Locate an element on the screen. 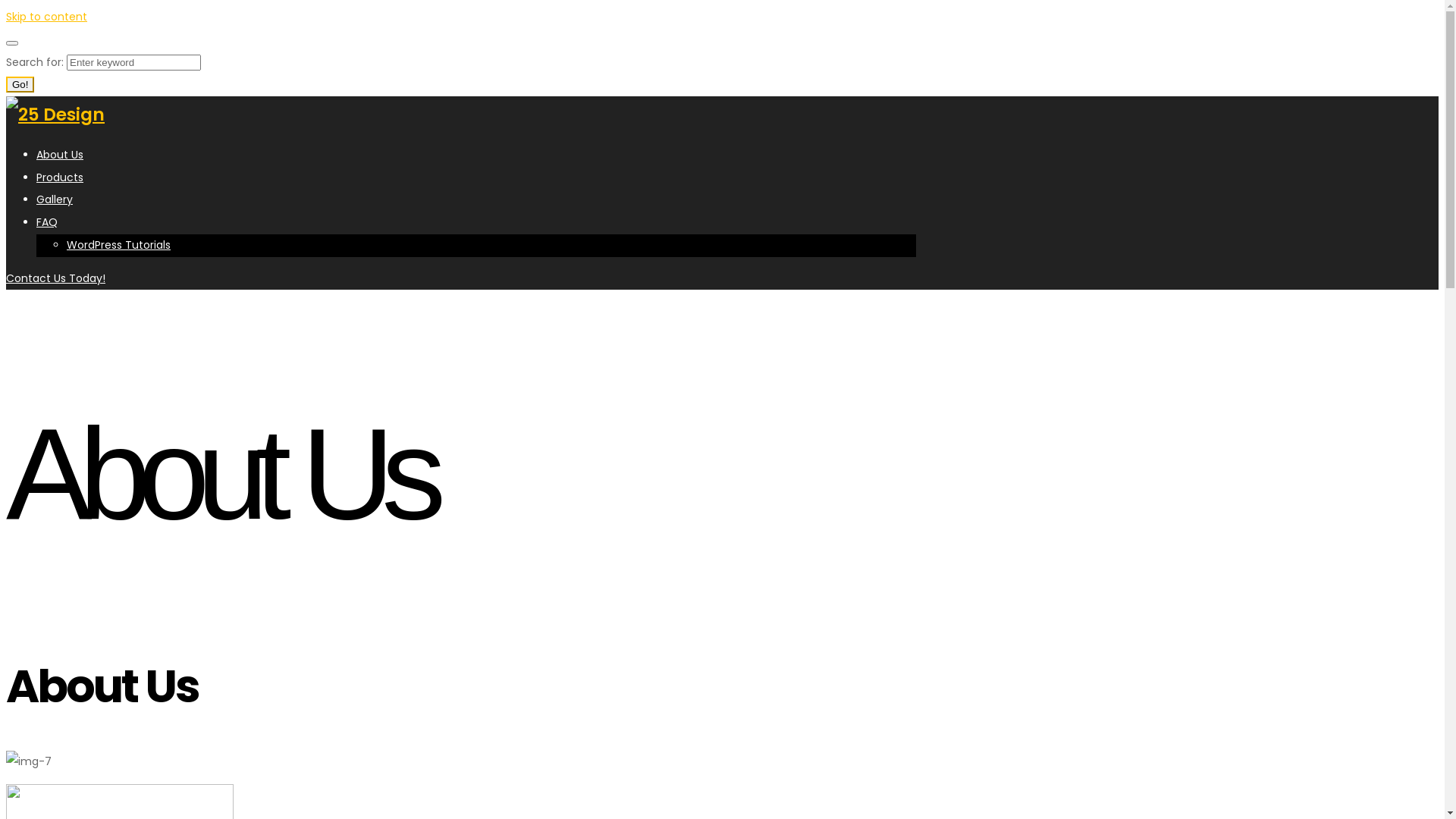  'Search for:' is located at coordinates (133, 61).